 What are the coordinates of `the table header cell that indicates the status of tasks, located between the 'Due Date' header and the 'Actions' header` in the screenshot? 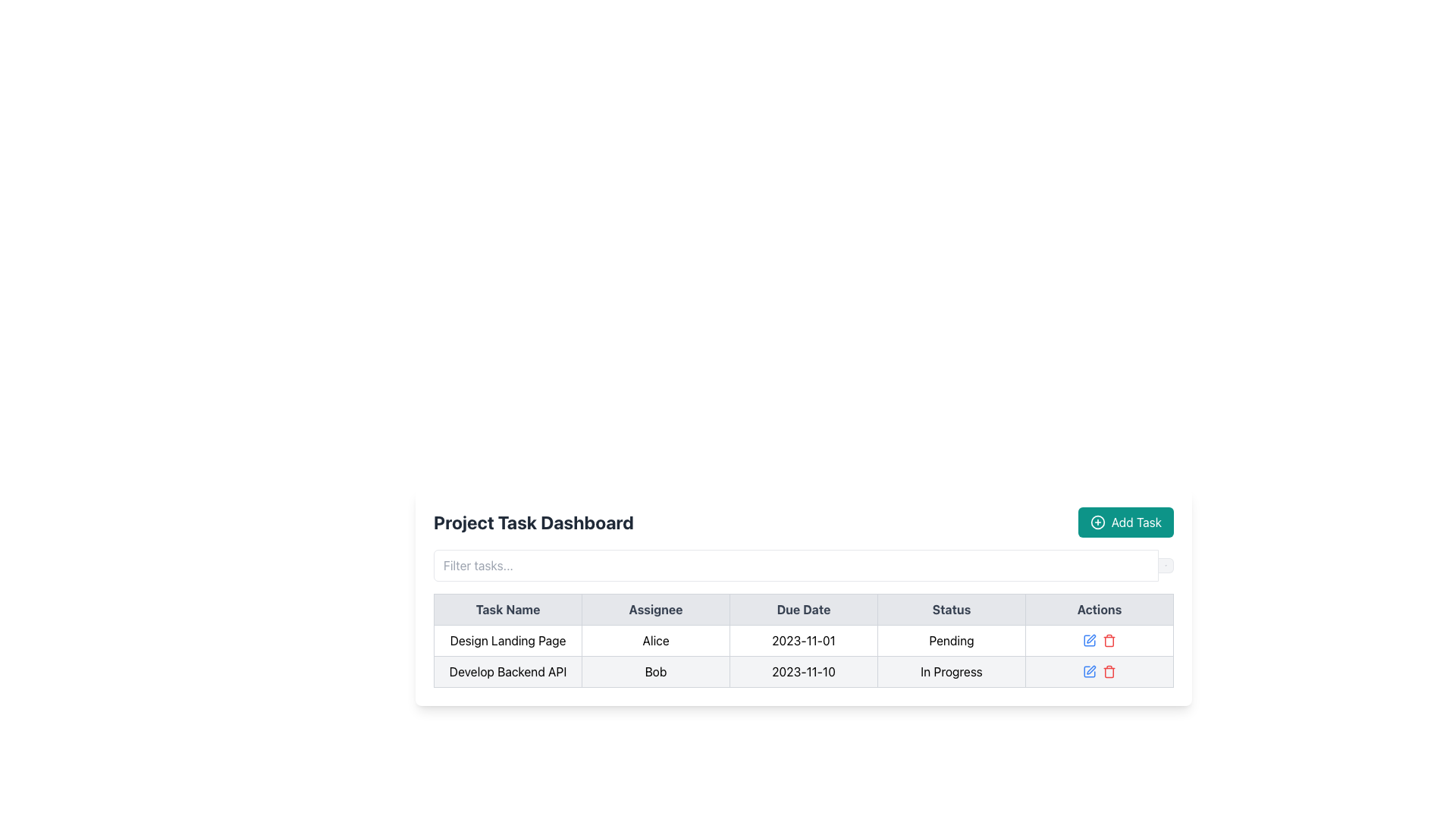 It's located at (950, 608).